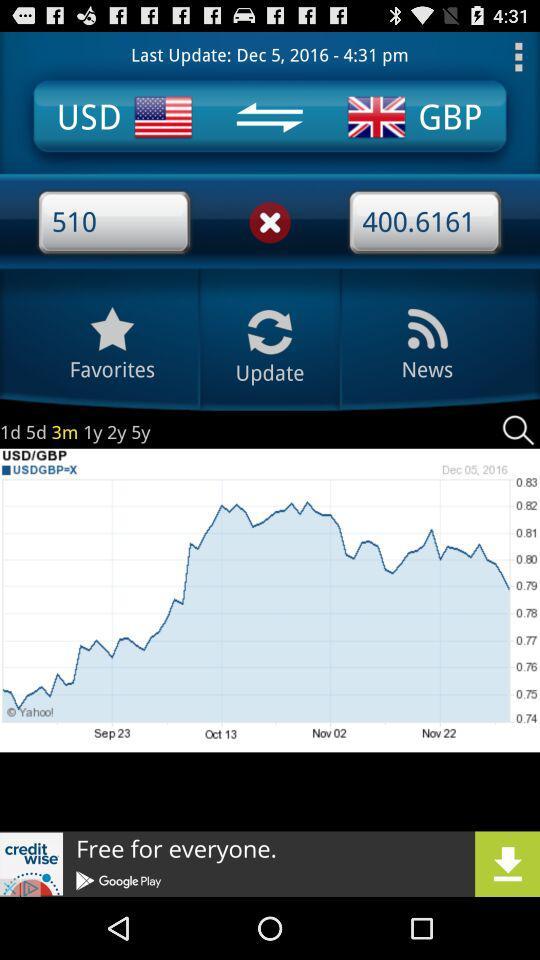 The image size is (540, 960). What do you see at coordinates (270, 237) in the screenshot?
I see `the close icon` at bounding box center [270, 237].